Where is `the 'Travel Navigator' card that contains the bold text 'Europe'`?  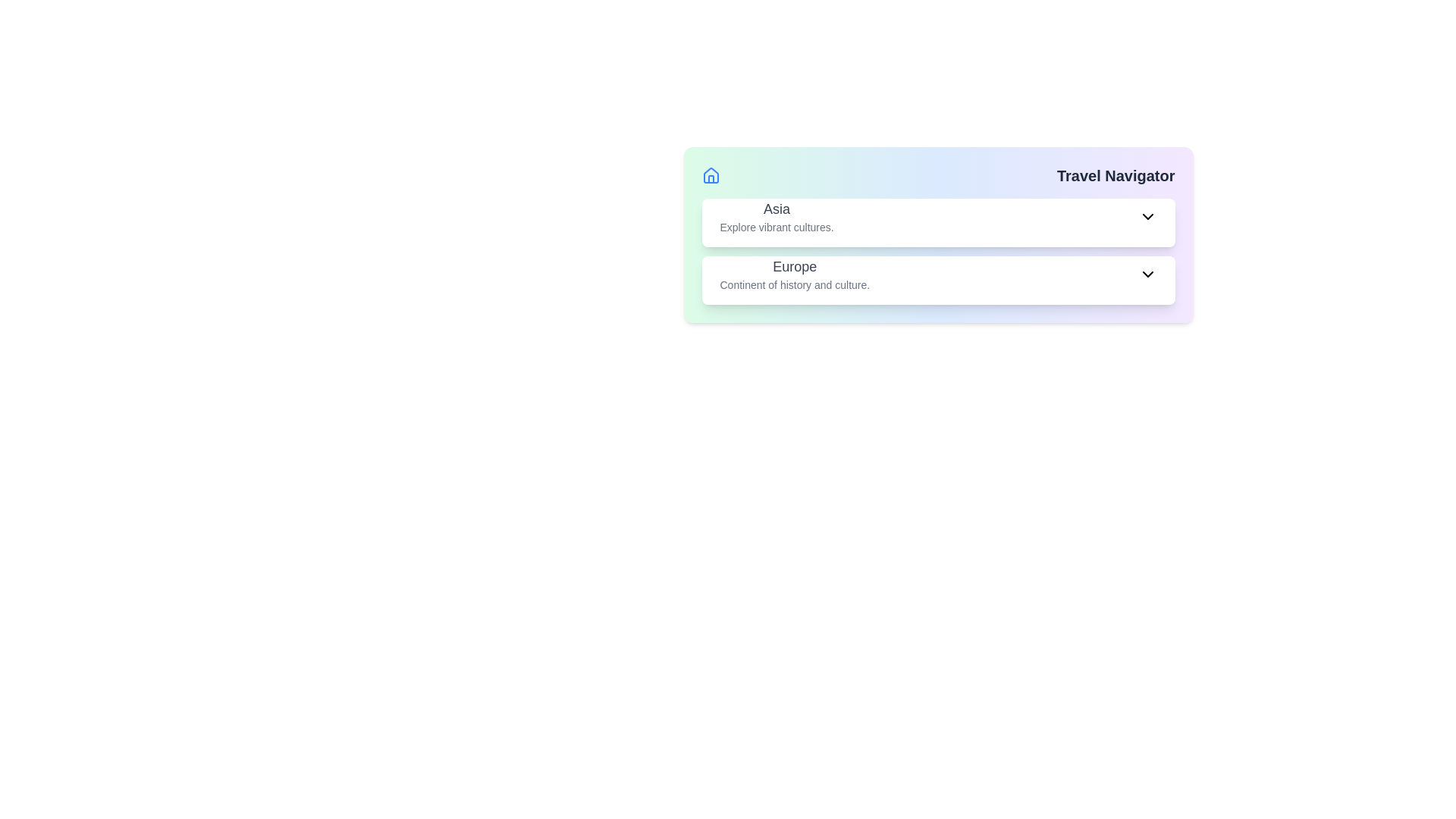
the 'Travel Navigator' card that contains the bold text 'Europe' is located at coordinates (794, 265).